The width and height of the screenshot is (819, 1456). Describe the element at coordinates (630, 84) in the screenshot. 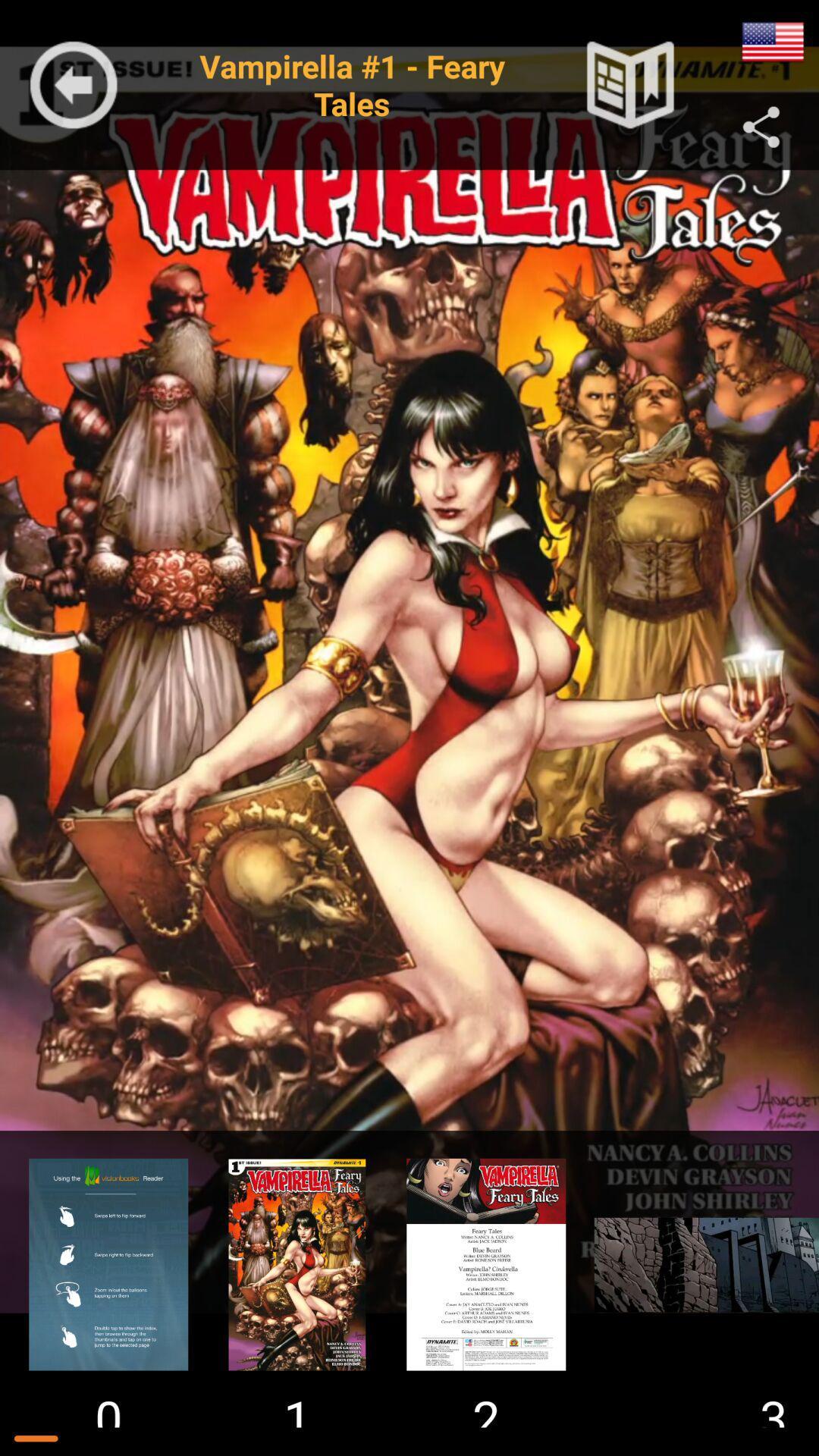

I see `bookmark this page` at that location.